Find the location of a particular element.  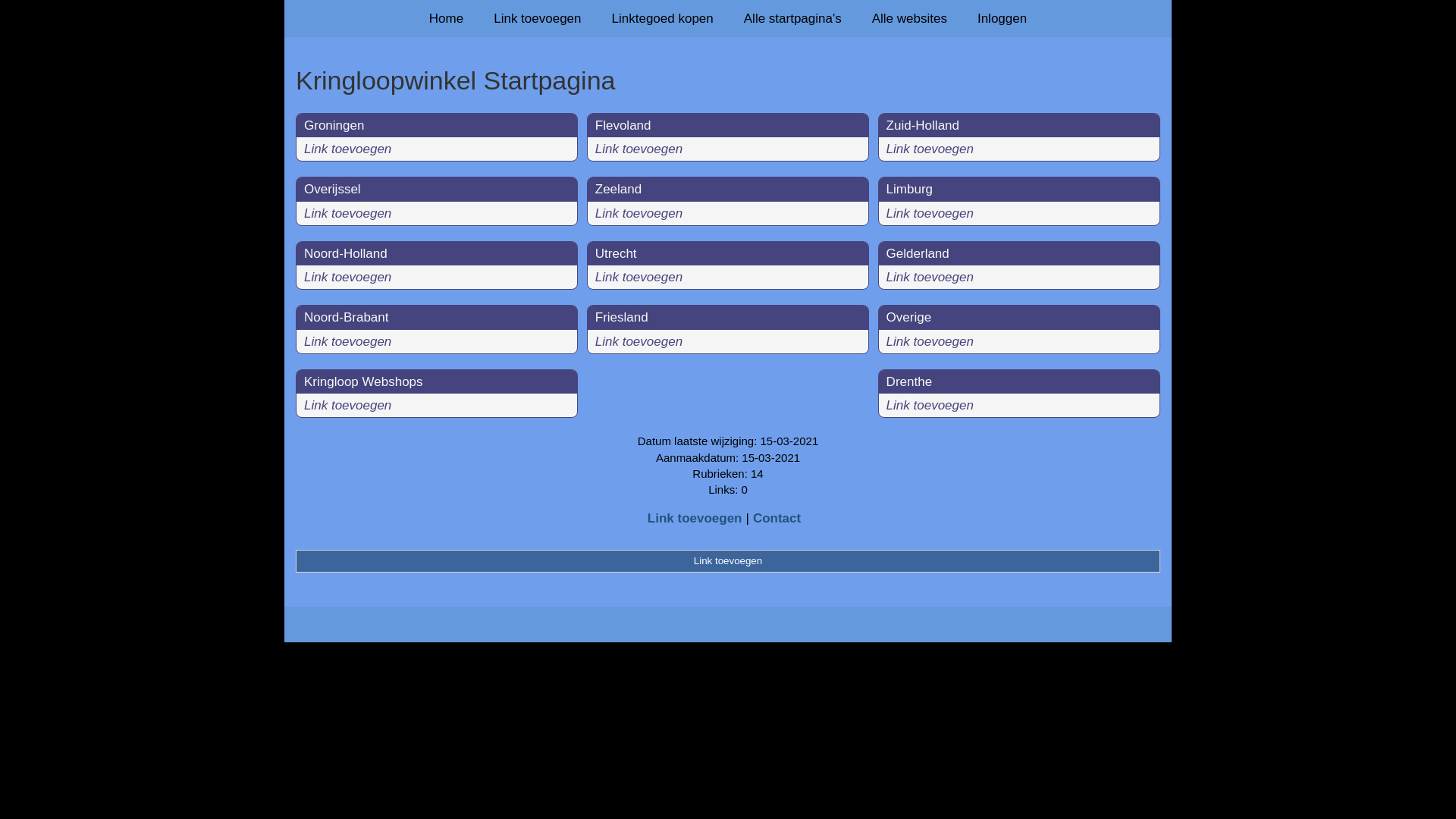

'Linktegoed kopen' is located at coordinates (662, 18).